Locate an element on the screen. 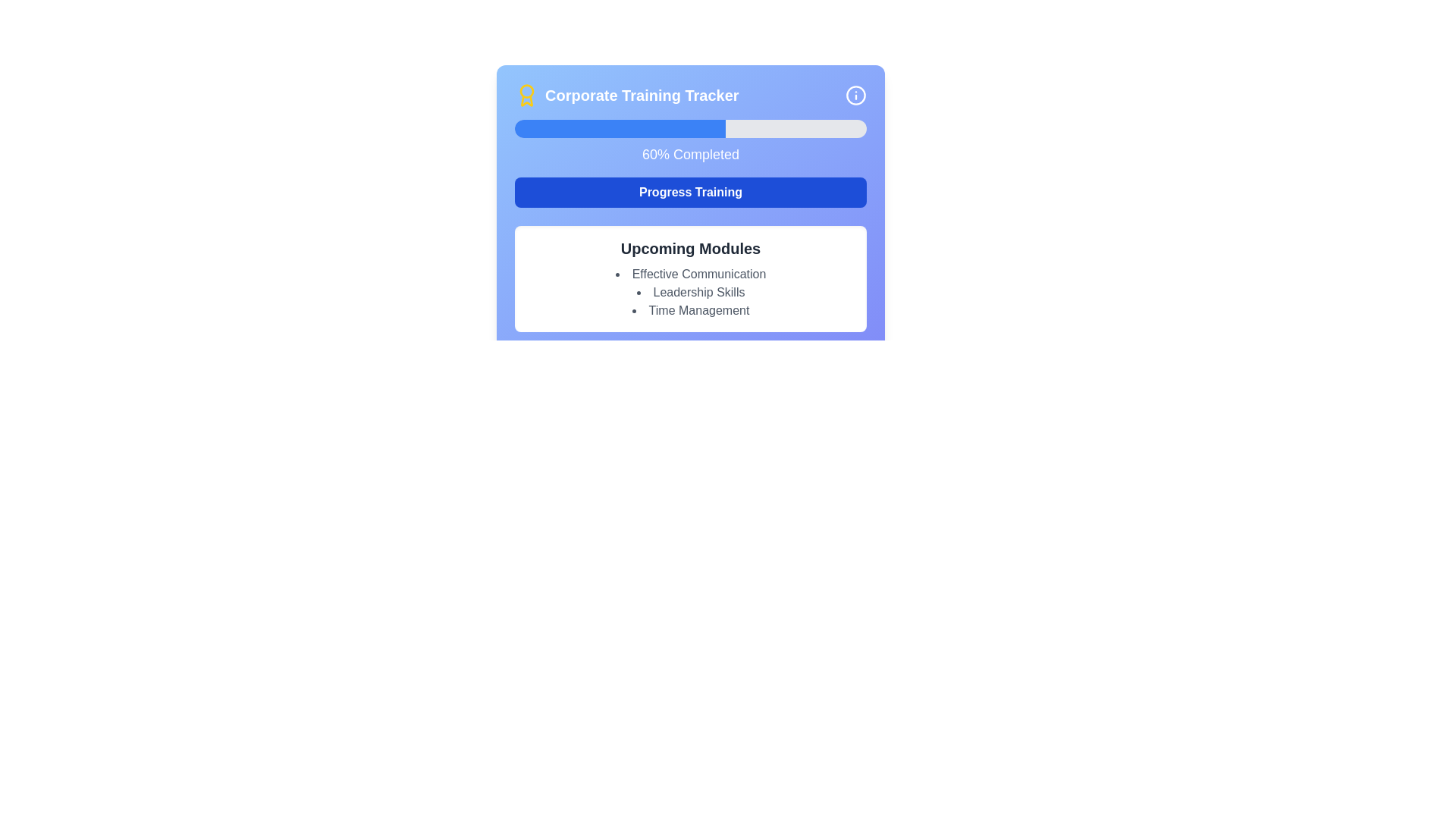 The image size is (1456, 819). the decorative circle that is part of the award icon located to the left of the text 'Corporate Training Tracker' is located at coordinates (527, 90).